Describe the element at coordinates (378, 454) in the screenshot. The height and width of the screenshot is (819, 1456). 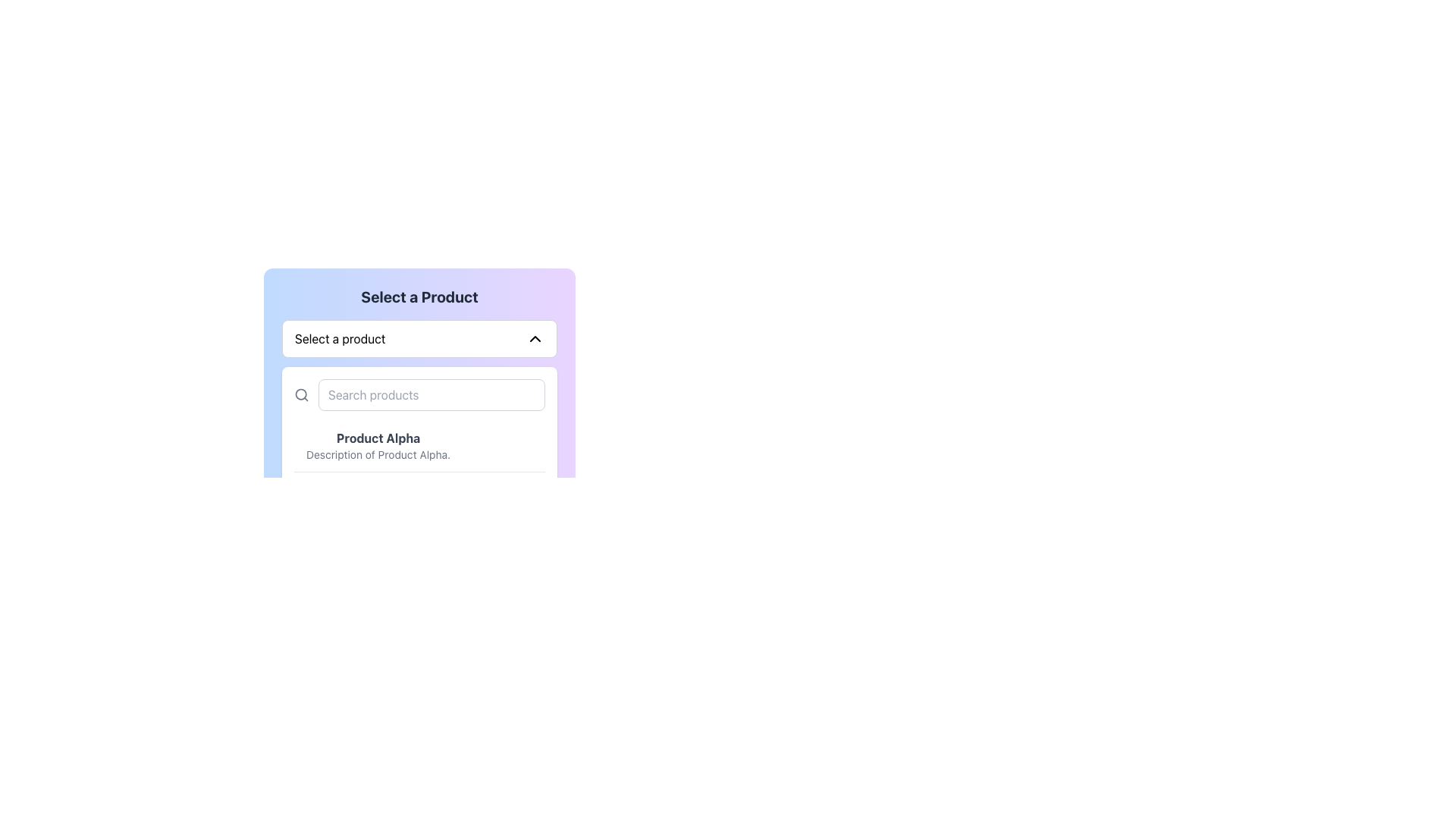
I see `the static text providing descriptive information about 'Product Alpha', which is positioned beneath the title 'Product Alpha'` at that location.